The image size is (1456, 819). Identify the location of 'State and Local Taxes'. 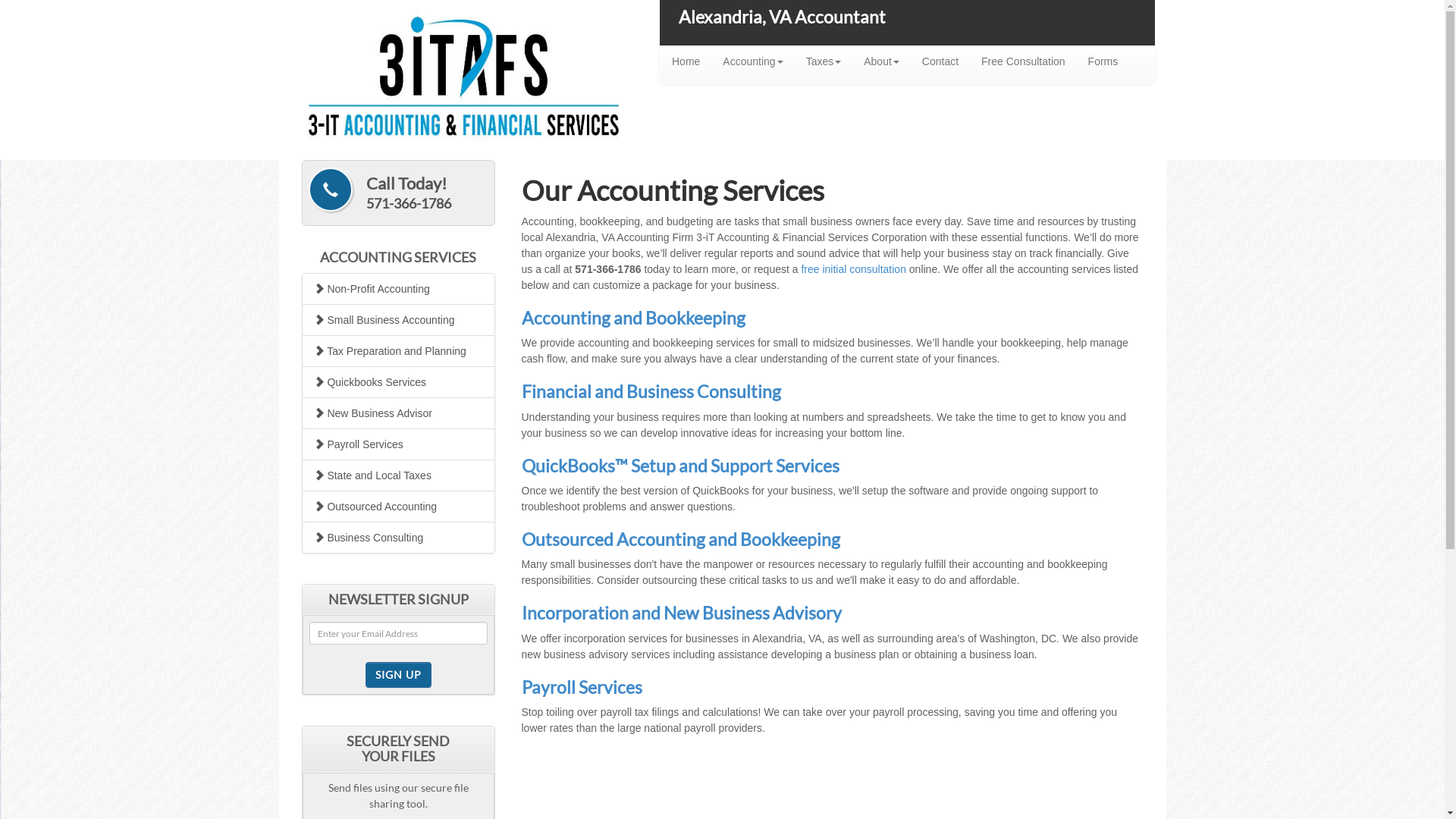
(398, 475).